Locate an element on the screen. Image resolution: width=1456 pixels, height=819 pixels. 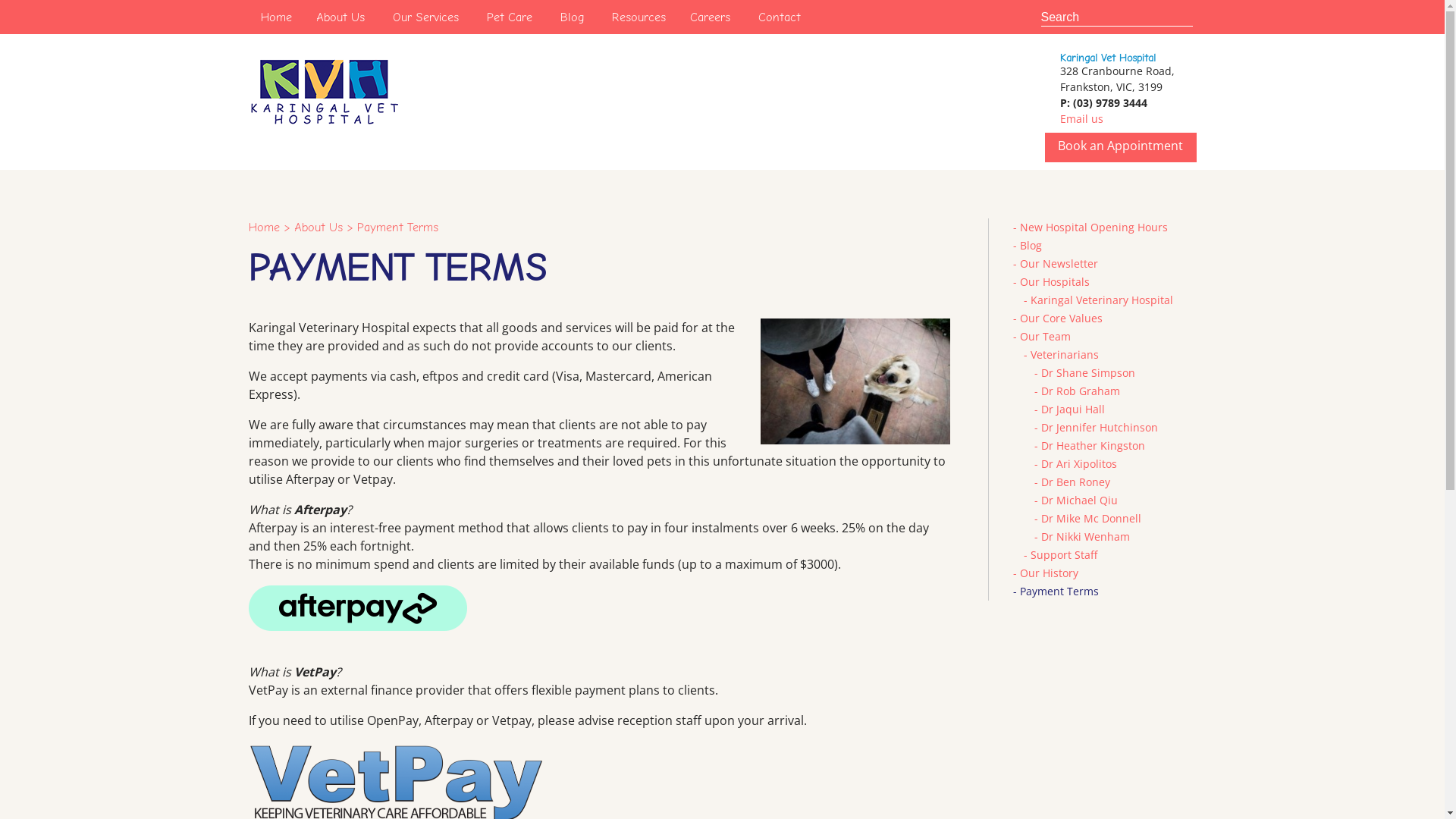
'Careers' is located at coordinates (709, 17).